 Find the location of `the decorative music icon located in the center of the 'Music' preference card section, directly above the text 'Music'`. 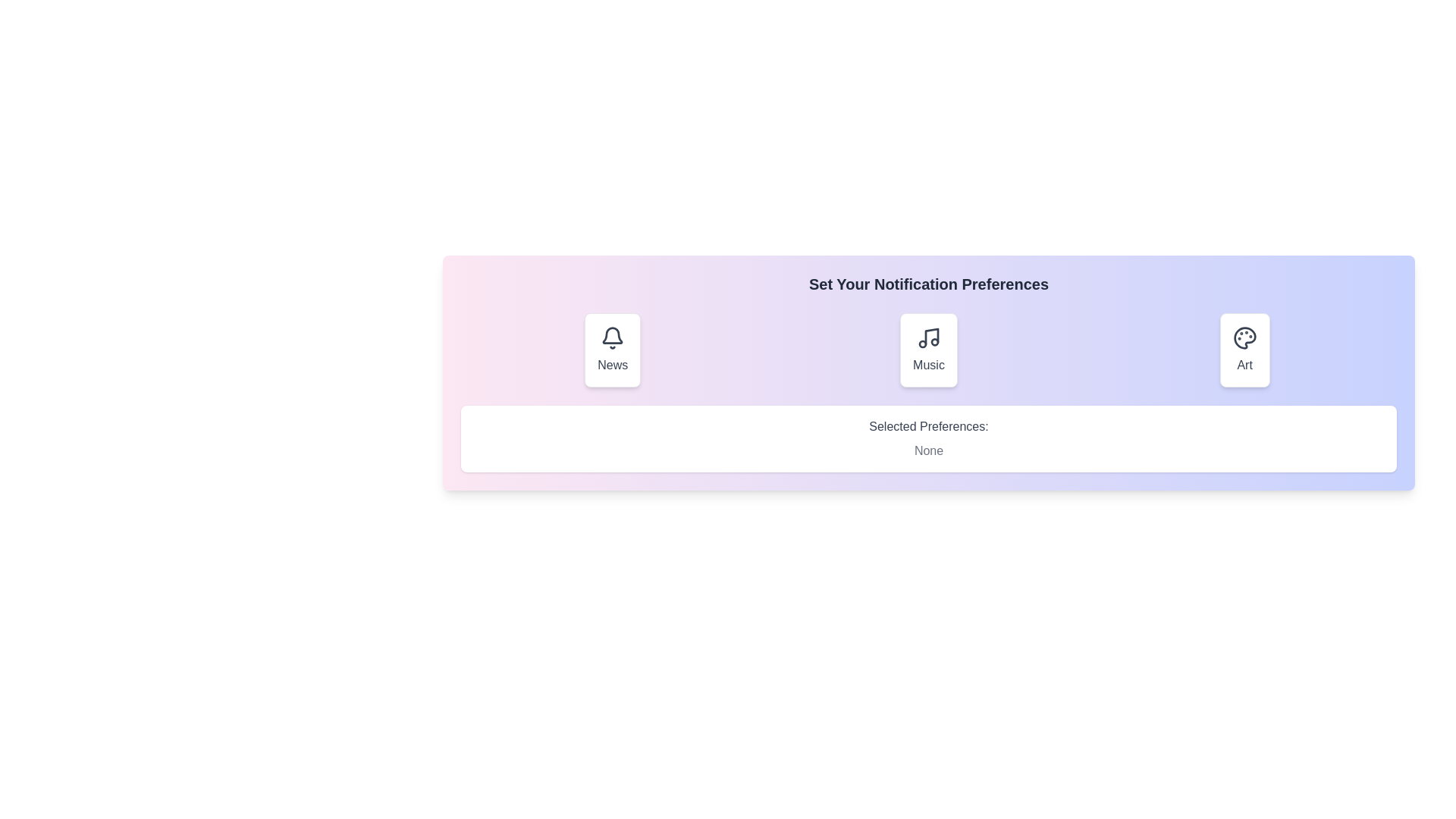

the decorative music icon located in the center of the 'Music' preference card section, directly above the text 'Music' is located at coordinates (927, 337).